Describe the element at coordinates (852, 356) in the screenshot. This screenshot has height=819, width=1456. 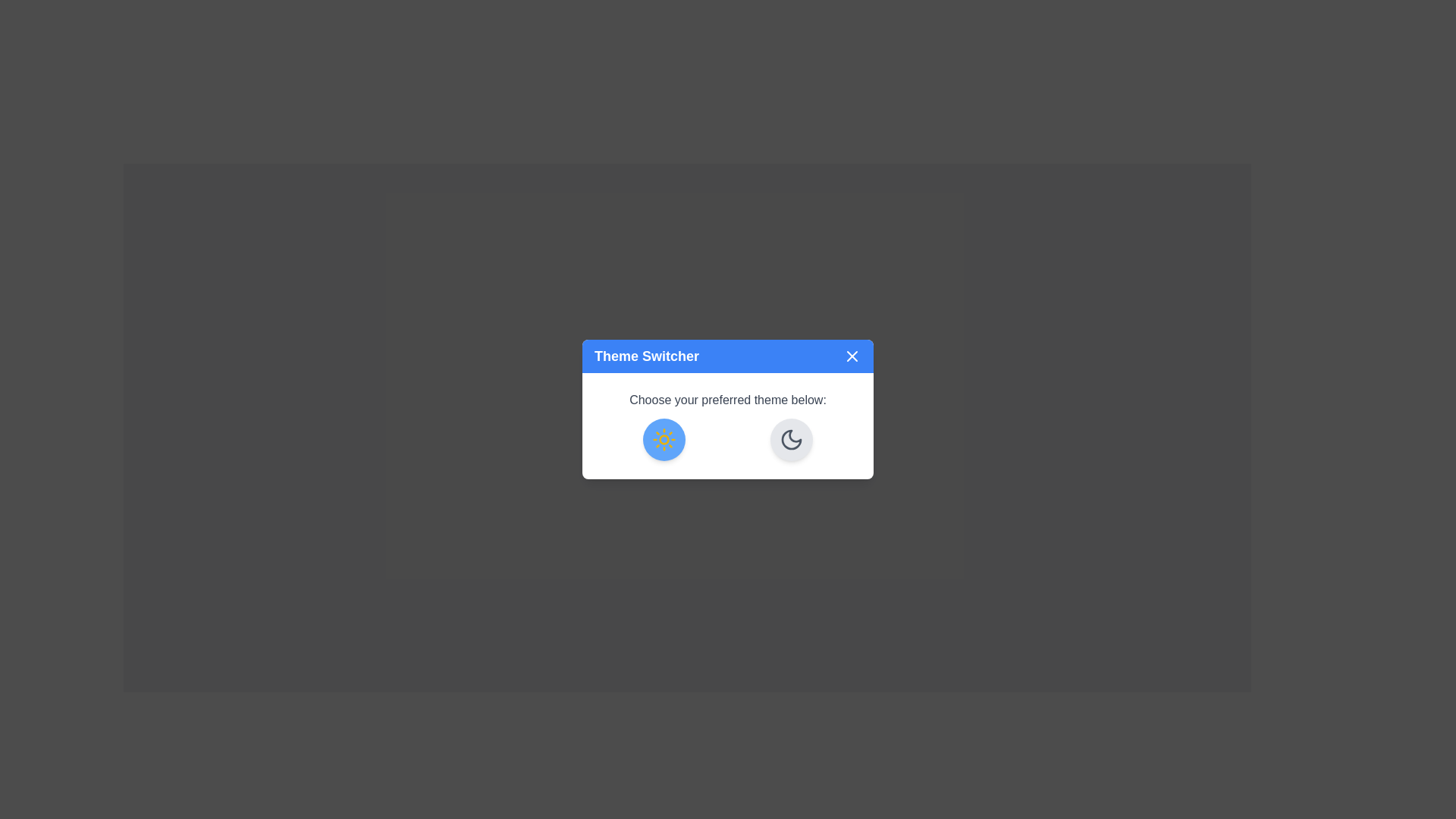
I see `the close button represented by a diagonal line in an 'X' shape within a circular red background, located in the top-right corner of the blue header bar labeled 'Theme Switcher'` at that location.